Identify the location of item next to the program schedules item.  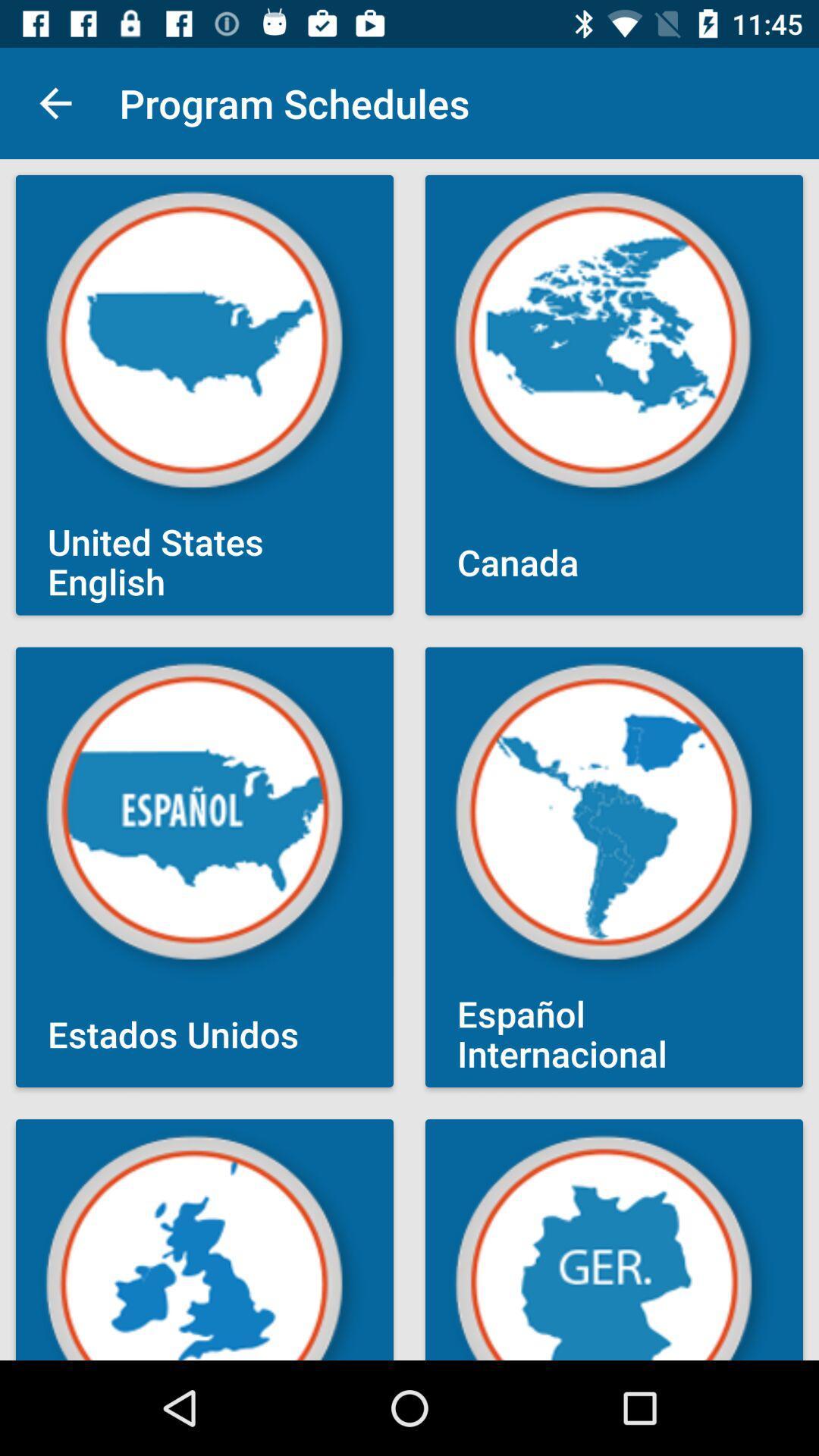
(55, 102).